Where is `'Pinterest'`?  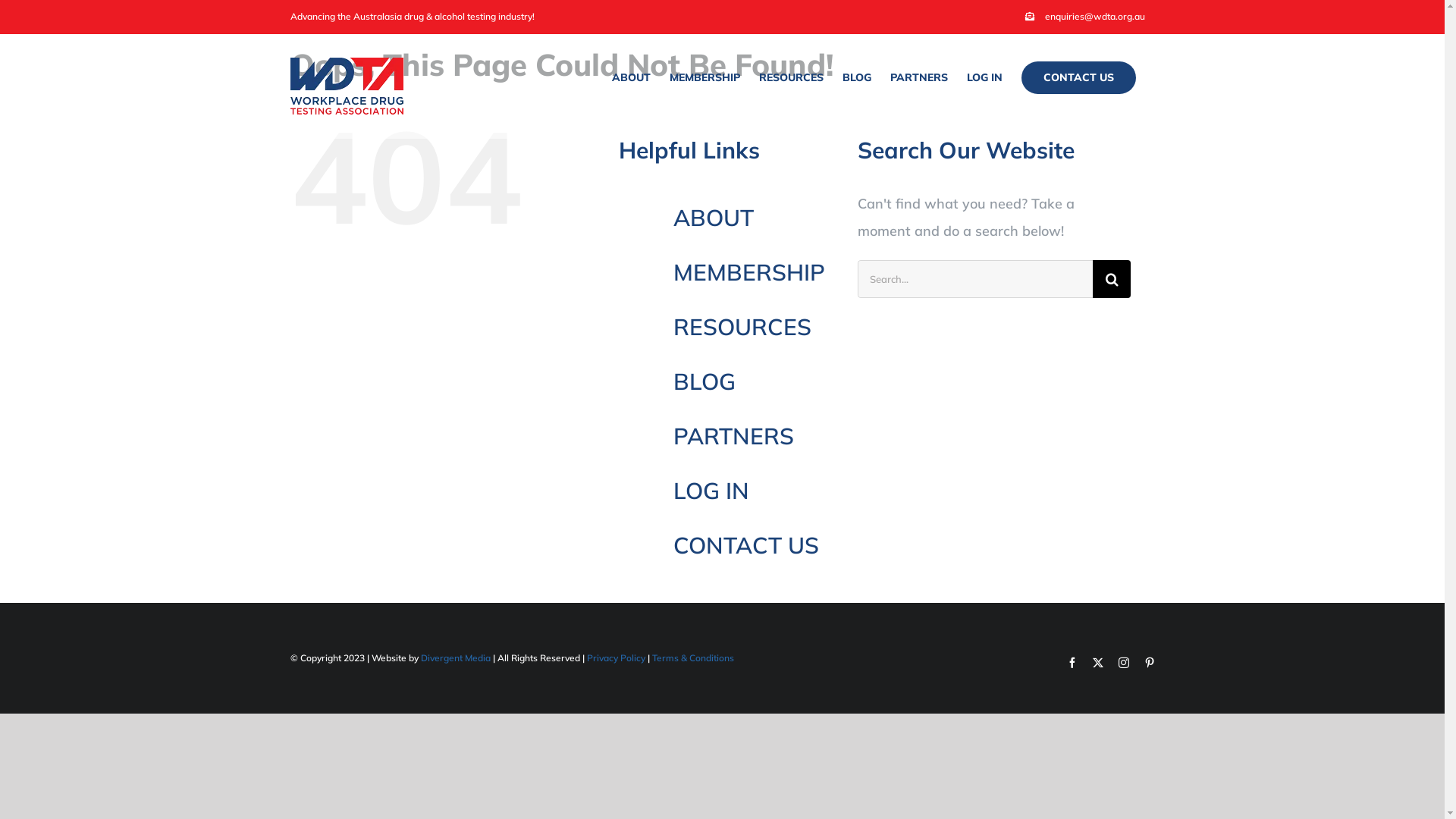 'Pinterest' is located at coordinates (1149, 662).